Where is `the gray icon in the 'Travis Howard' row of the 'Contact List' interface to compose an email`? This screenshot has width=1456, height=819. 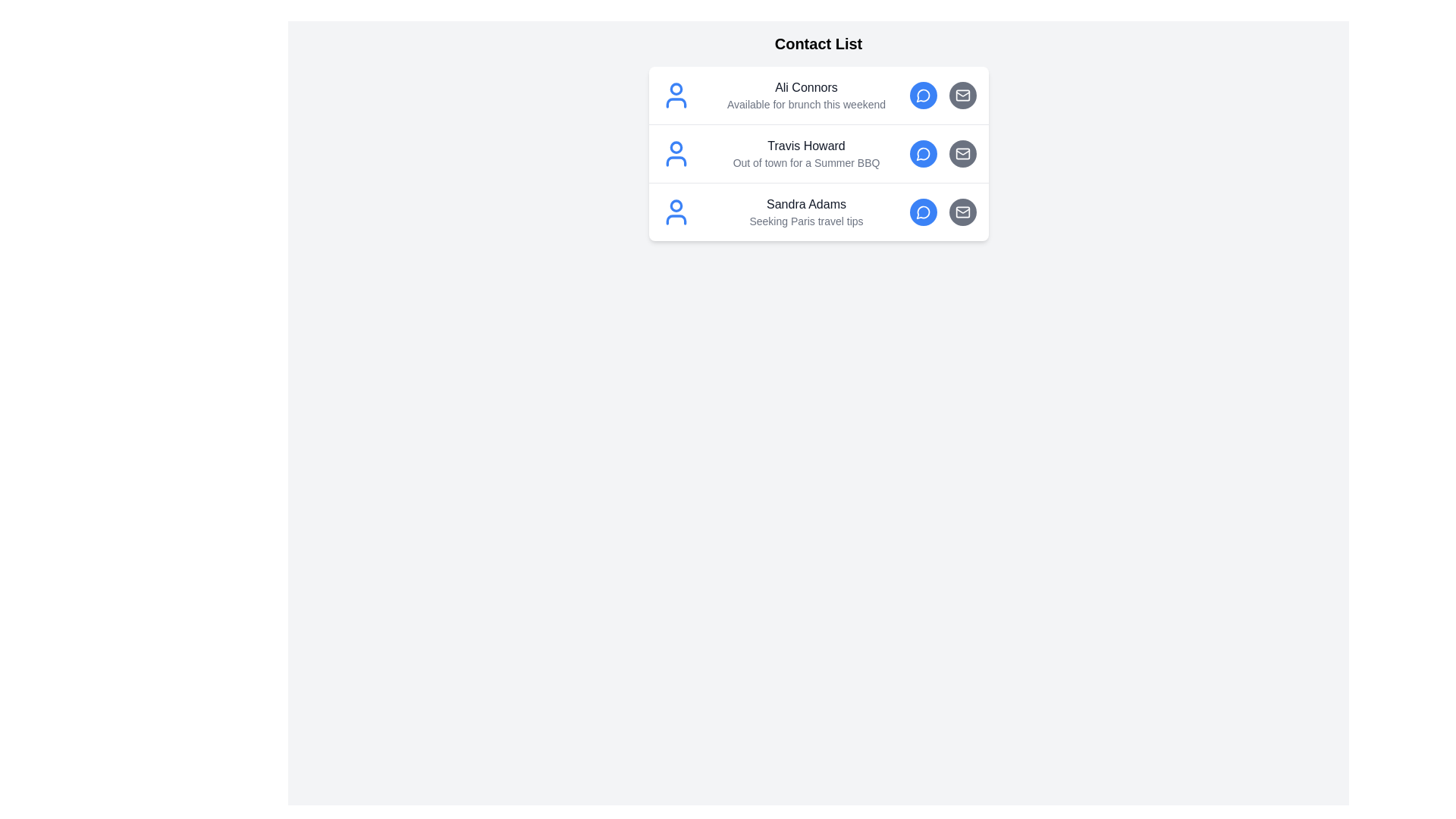
the gray icon in the 'Travis Howard' row of the 'Contact List' interface to compose an email is located at coordinates (942, 154).